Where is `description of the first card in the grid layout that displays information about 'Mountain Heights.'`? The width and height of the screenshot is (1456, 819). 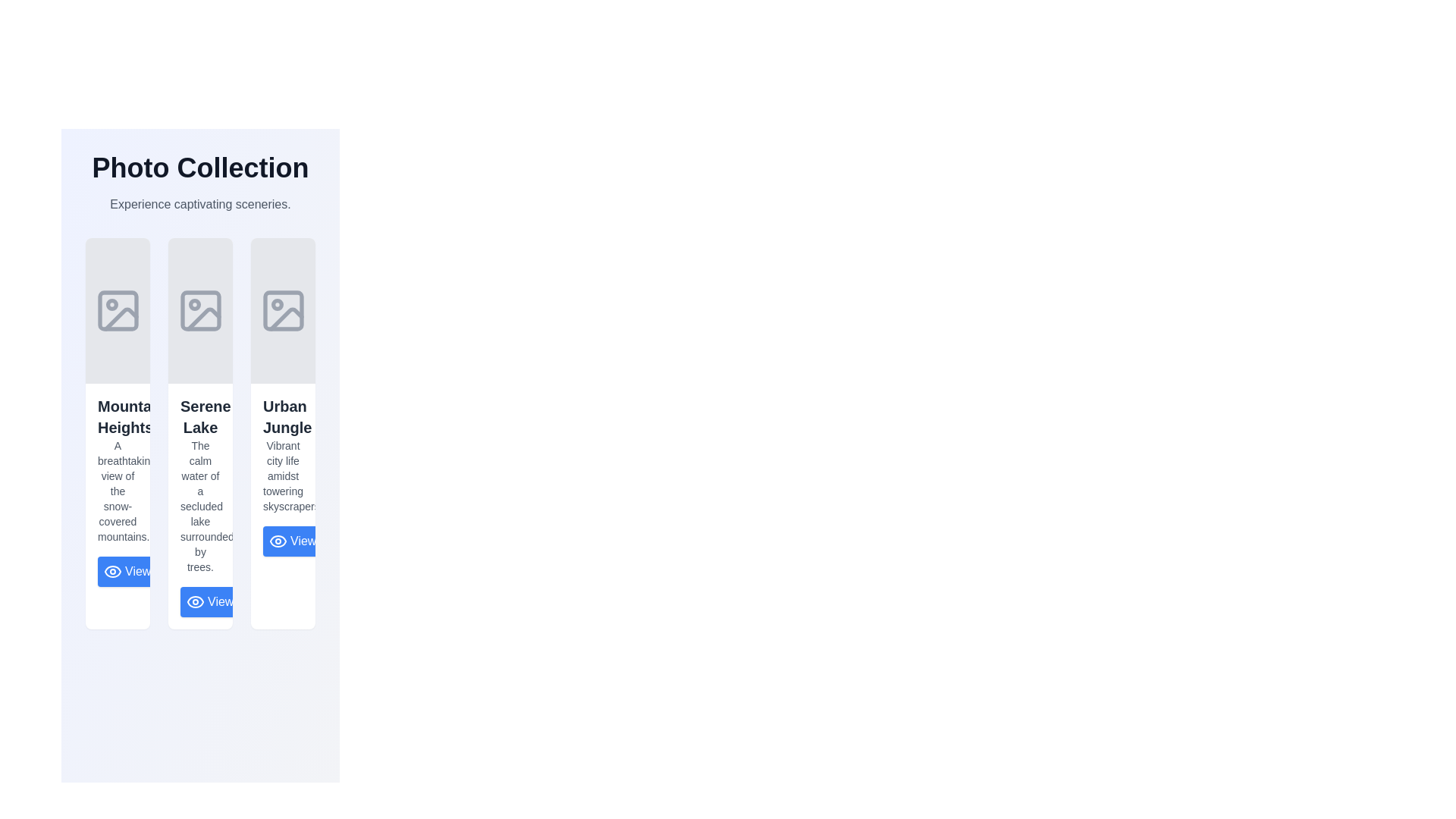 description of the first card in the grid layout that displays information about 'Mountain Heights.' is located at coordinates (117, 433).